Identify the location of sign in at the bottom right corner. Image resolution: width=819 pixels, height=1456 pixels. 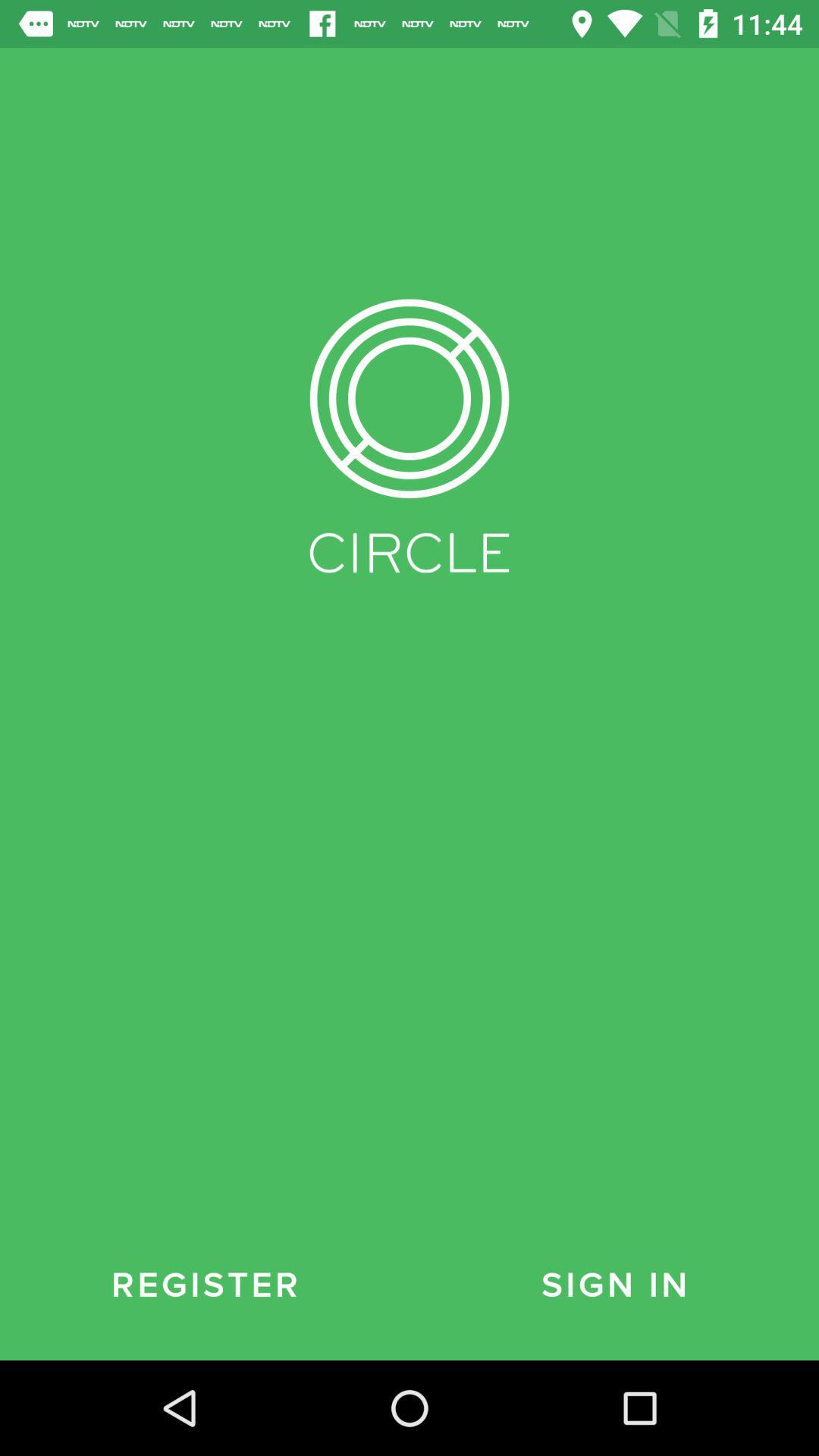
(614, 1285).